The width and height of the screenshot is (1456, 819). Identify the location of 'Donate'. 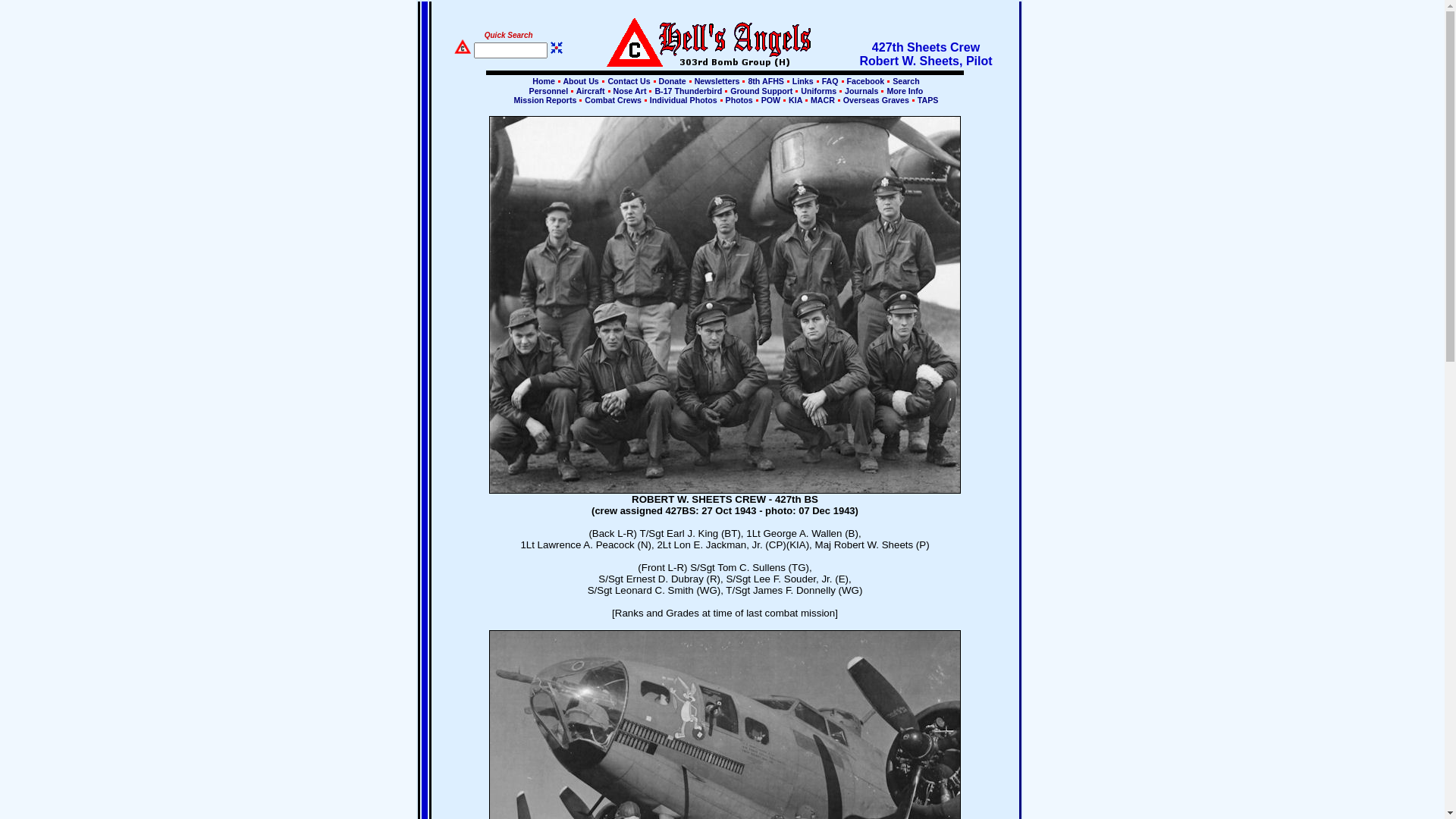
(672, 81).